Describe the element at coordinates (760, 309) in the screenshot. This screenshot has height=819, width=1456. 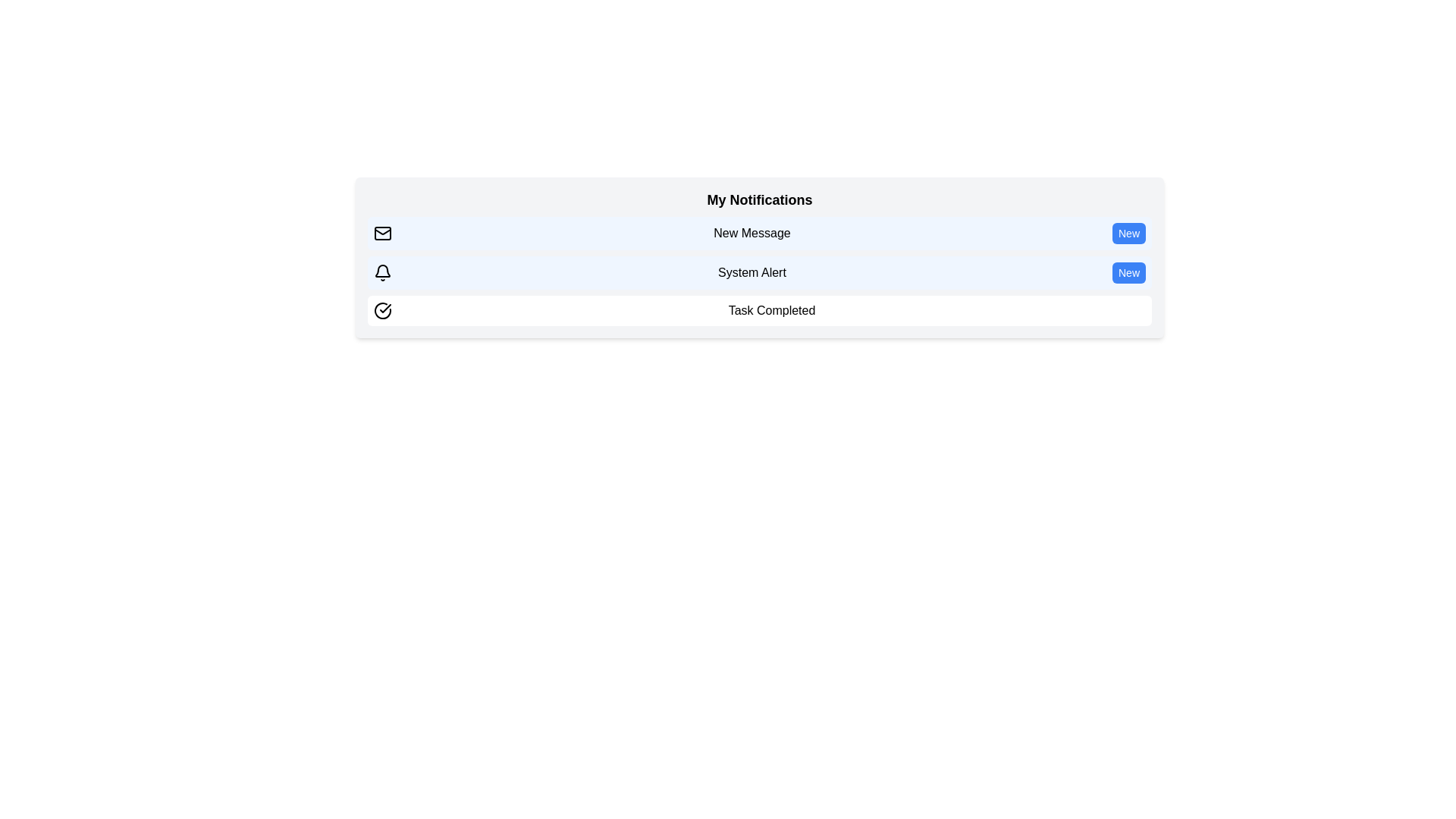
I see `the third notification item in the 'My Notifications' list` at that location.